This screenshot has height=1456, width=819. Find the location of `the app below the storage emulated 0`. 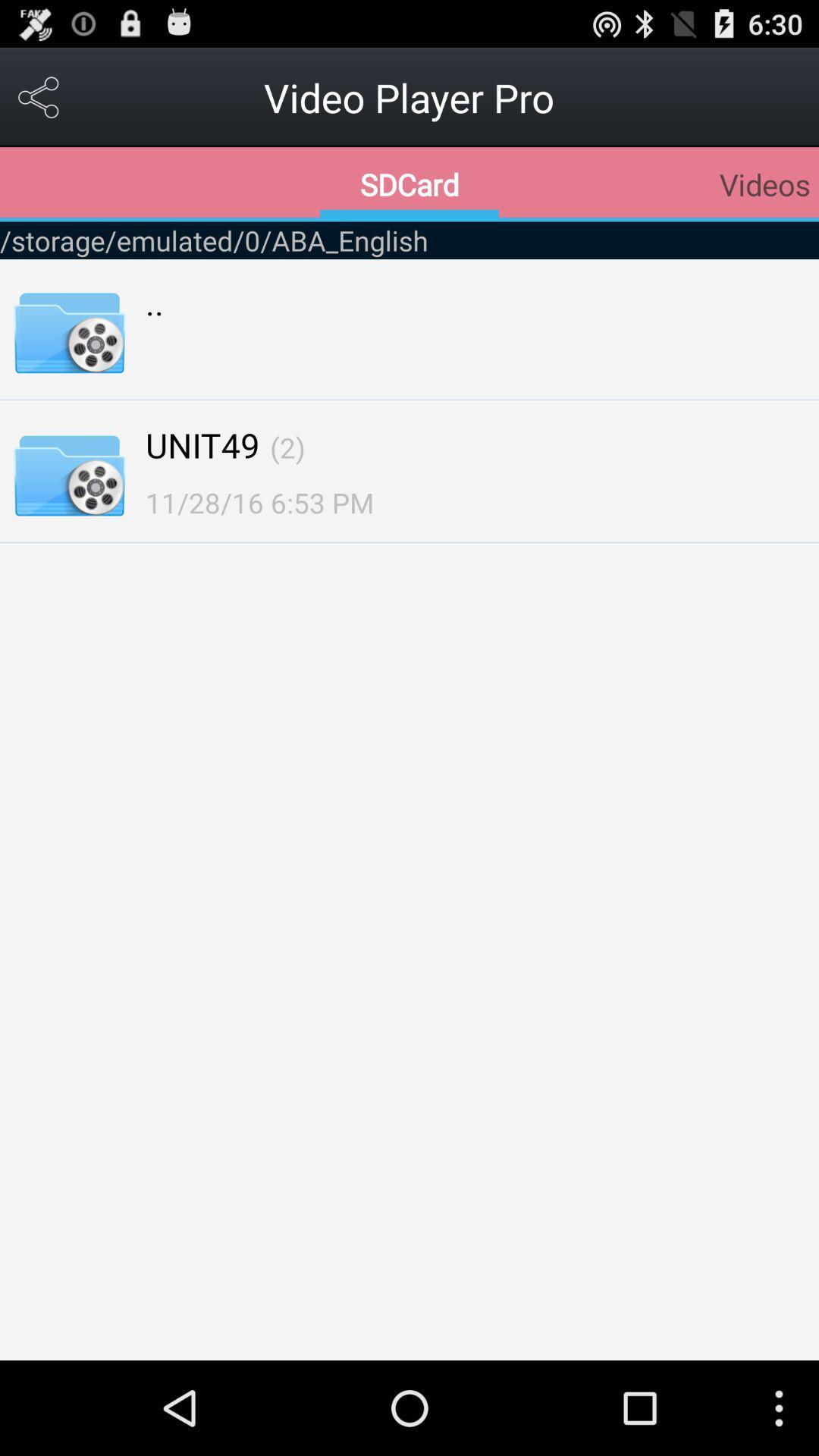

the app below the storage emulated 0 is located at coordinates (287, 447).